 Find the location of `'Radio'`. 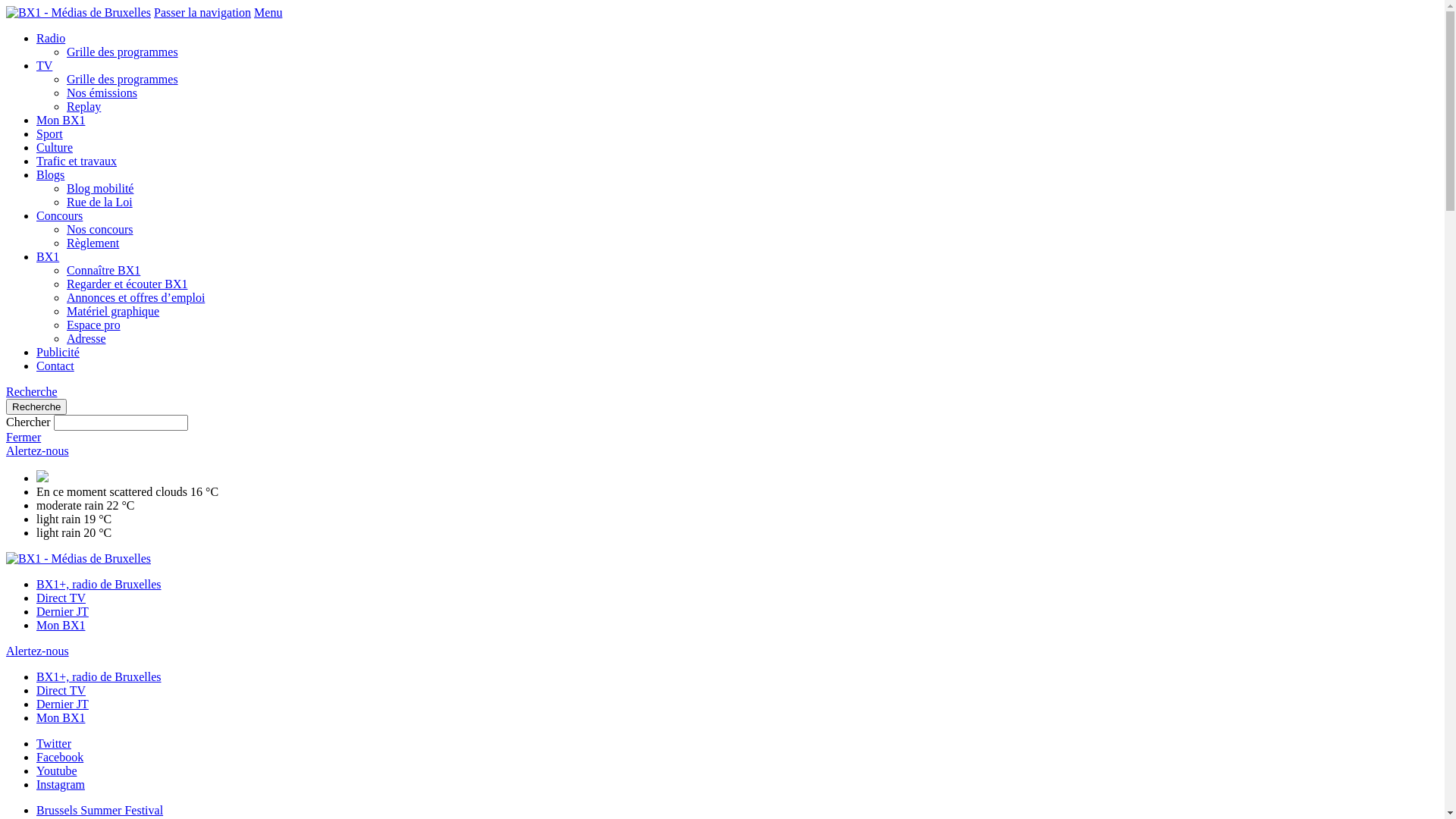

'Radio' is located at coordinates (51, 37).